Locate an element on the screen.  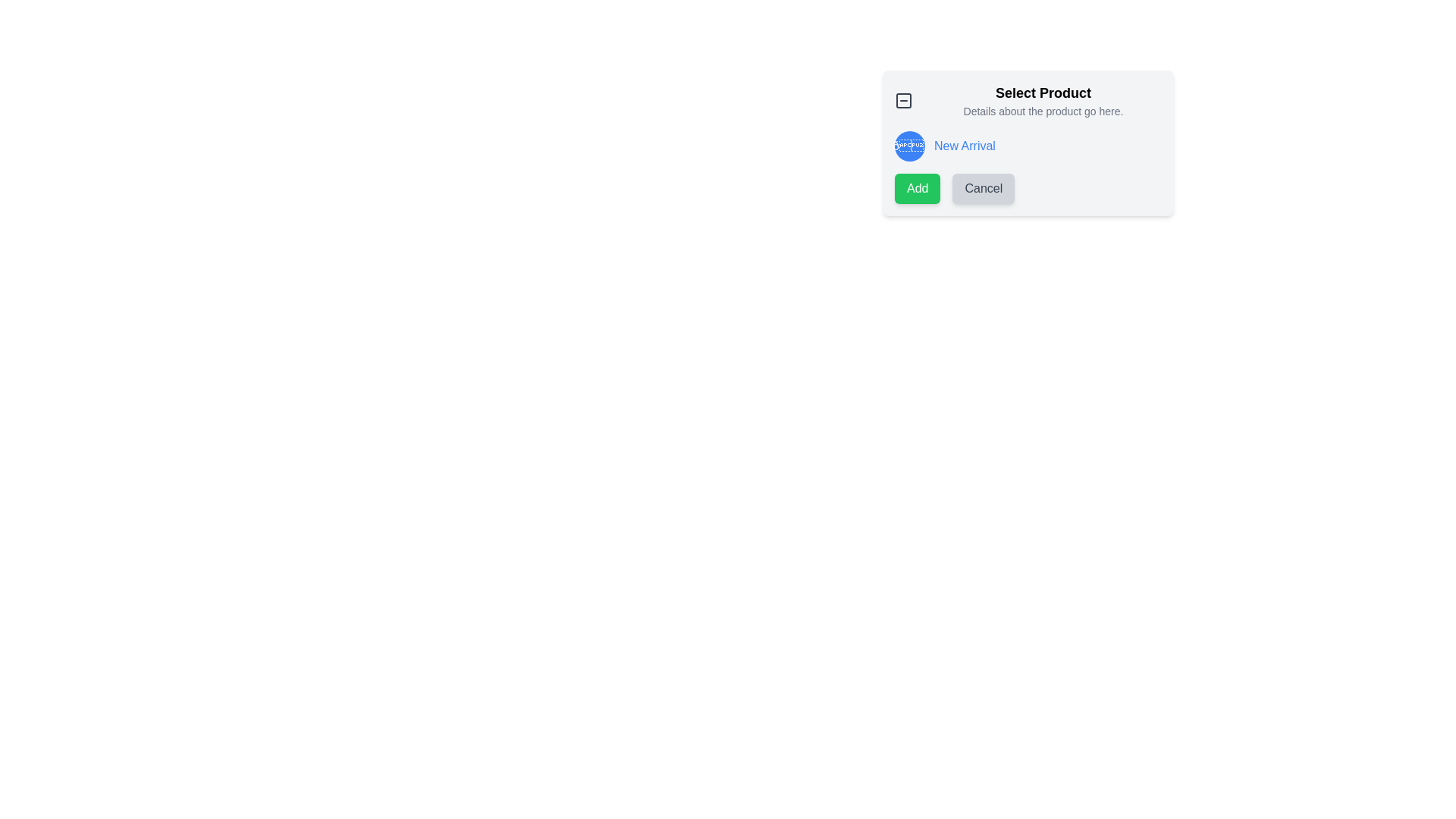
the informational text block titled 'Select Product' is located at coordinates (1043, 100).